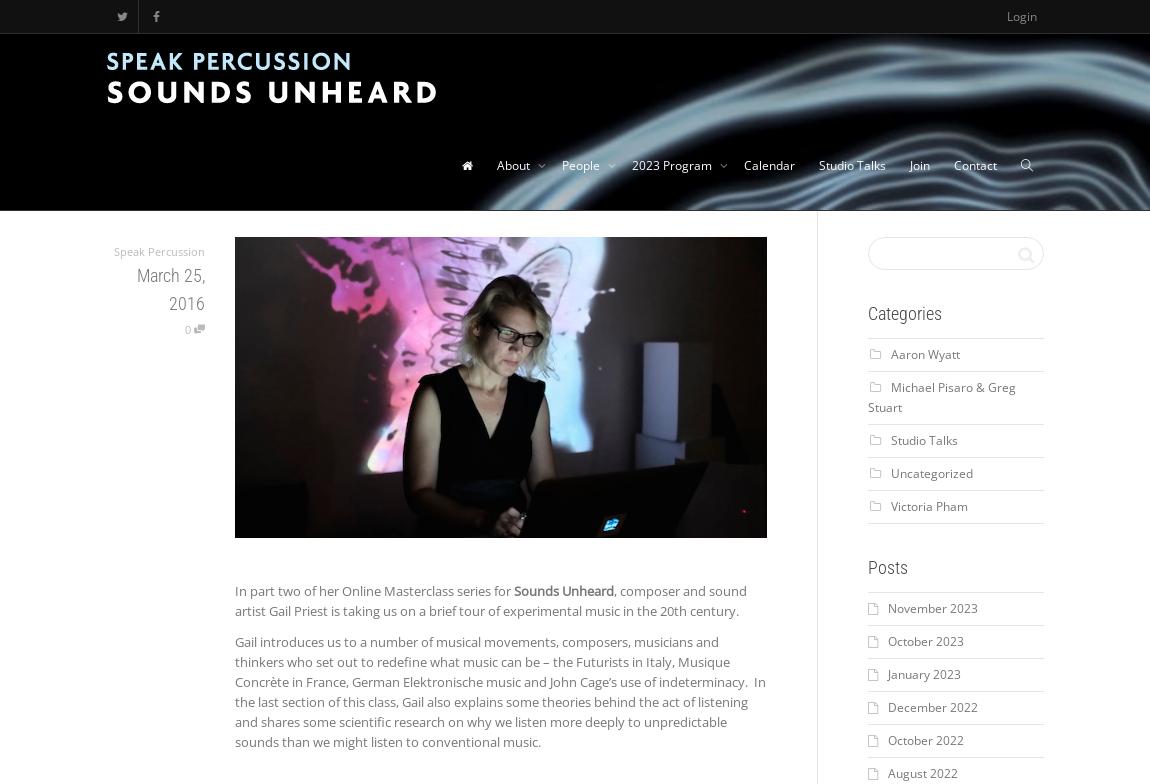 The width and height of the screenshot is (1150, 784). What do you see at coordinates (904, 313) in the screenshot?
I see `'Categories'` at bounding box center [904, 313].